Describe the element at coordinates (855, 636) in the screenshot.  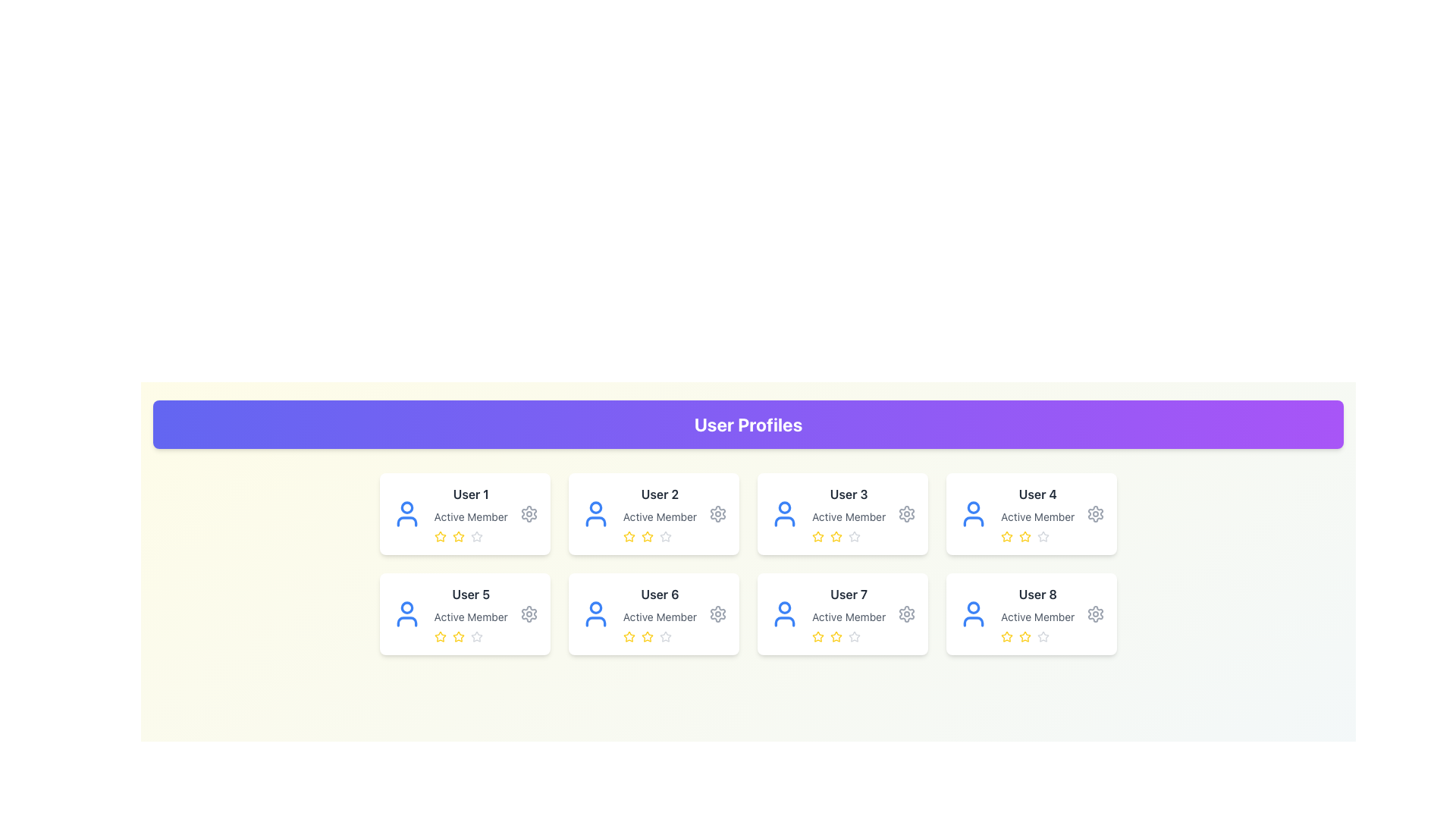
I see `from the third star icon in the row of rating stars under the 'User 7' profile card` at that location.